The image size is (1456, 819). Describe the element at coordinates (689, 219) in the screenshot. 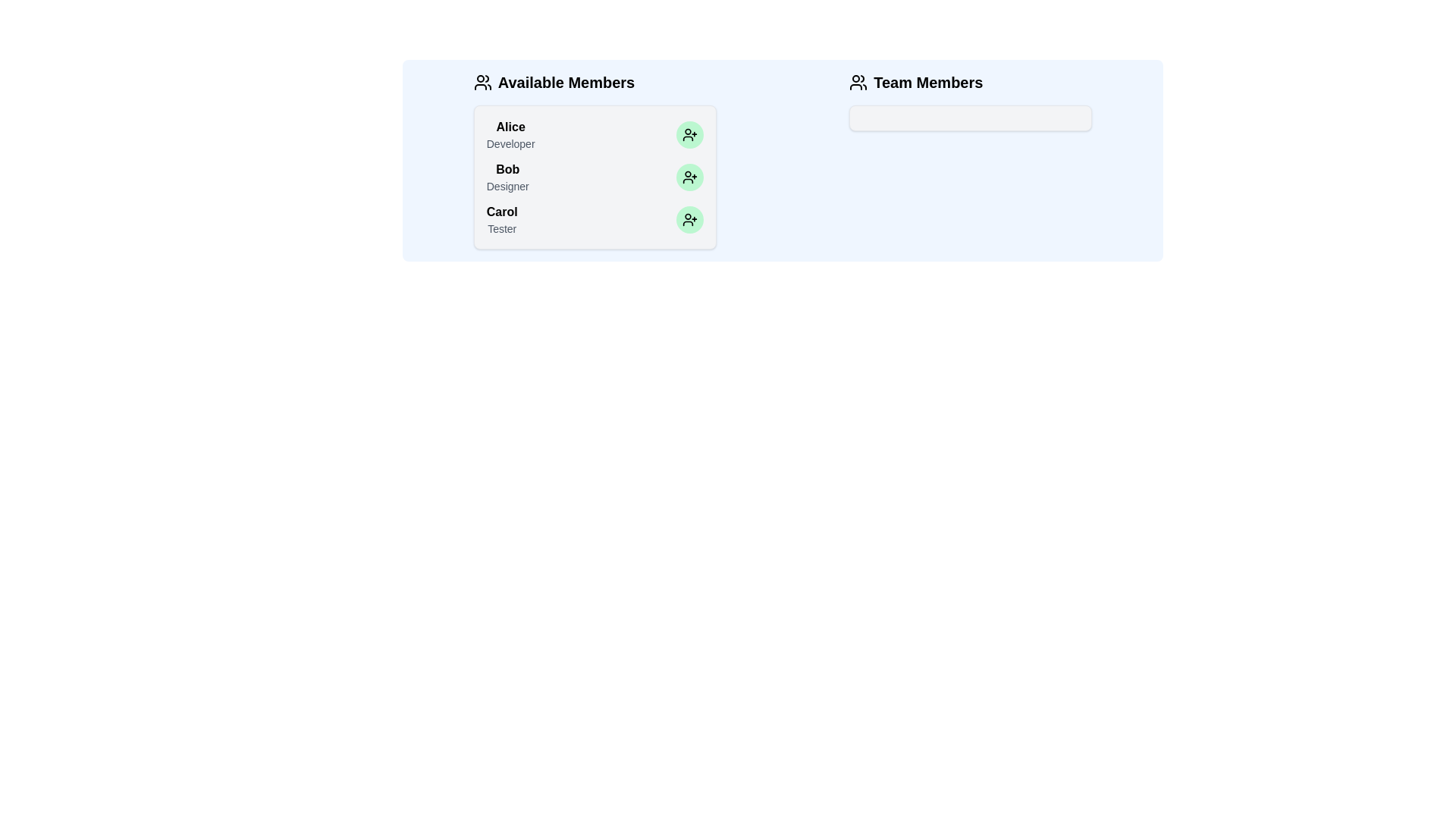

I see `the green button next to the name of Carol to transfer them to the team` at that location.